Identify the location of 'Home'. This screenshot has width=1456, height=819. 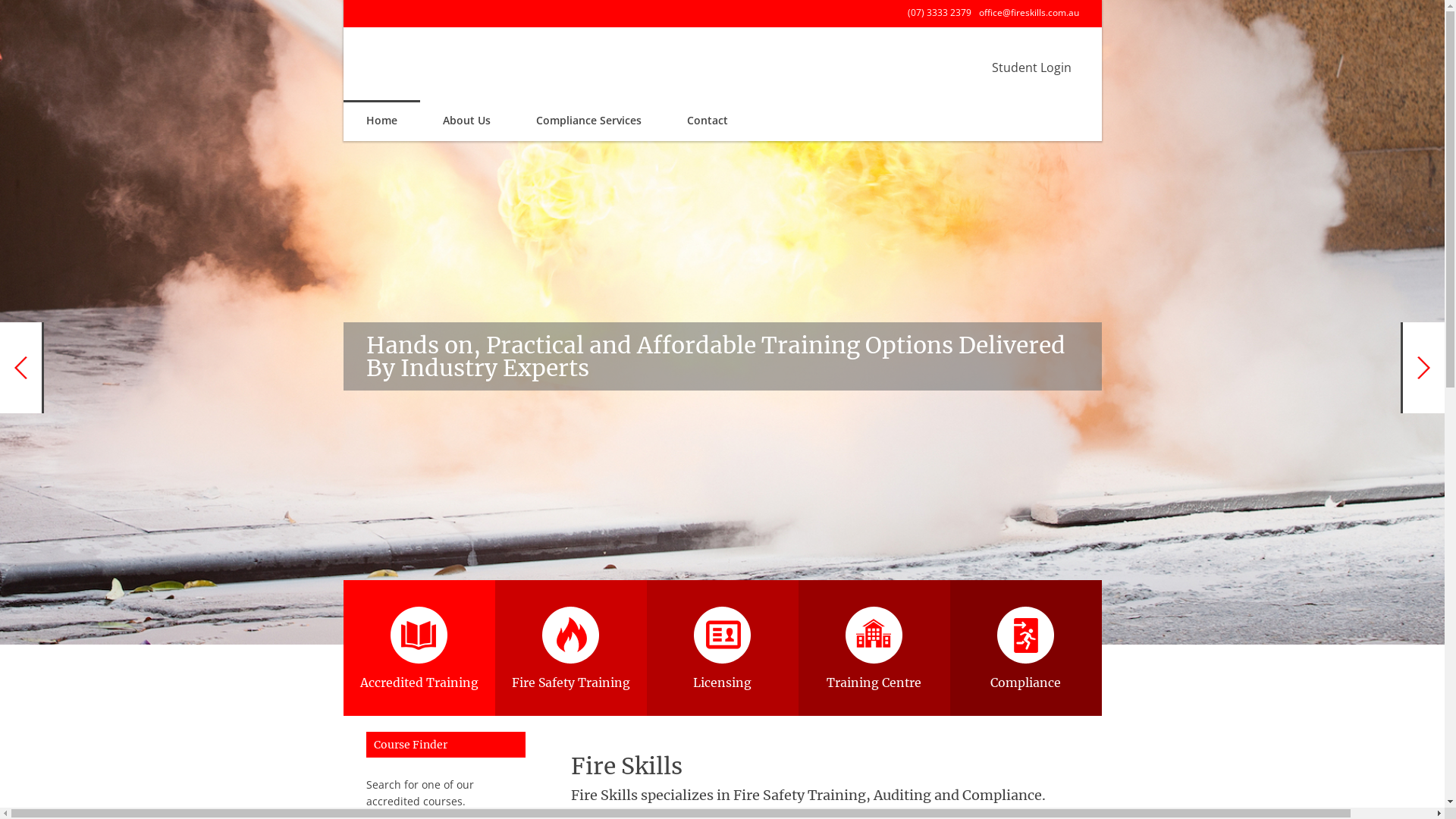
(381, 121).